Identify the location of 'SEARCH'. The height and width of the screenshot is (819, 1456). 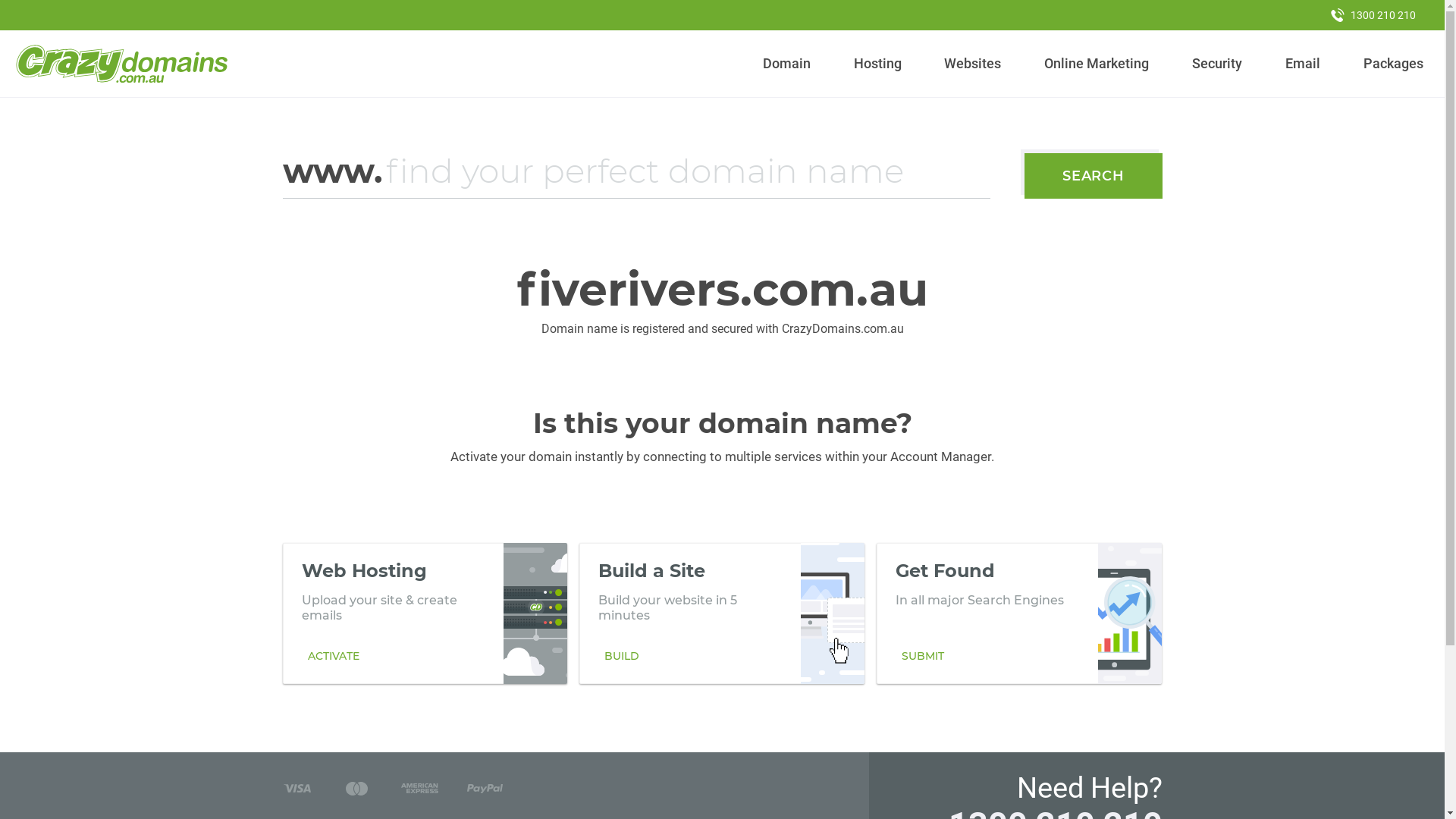
(1024, 174).